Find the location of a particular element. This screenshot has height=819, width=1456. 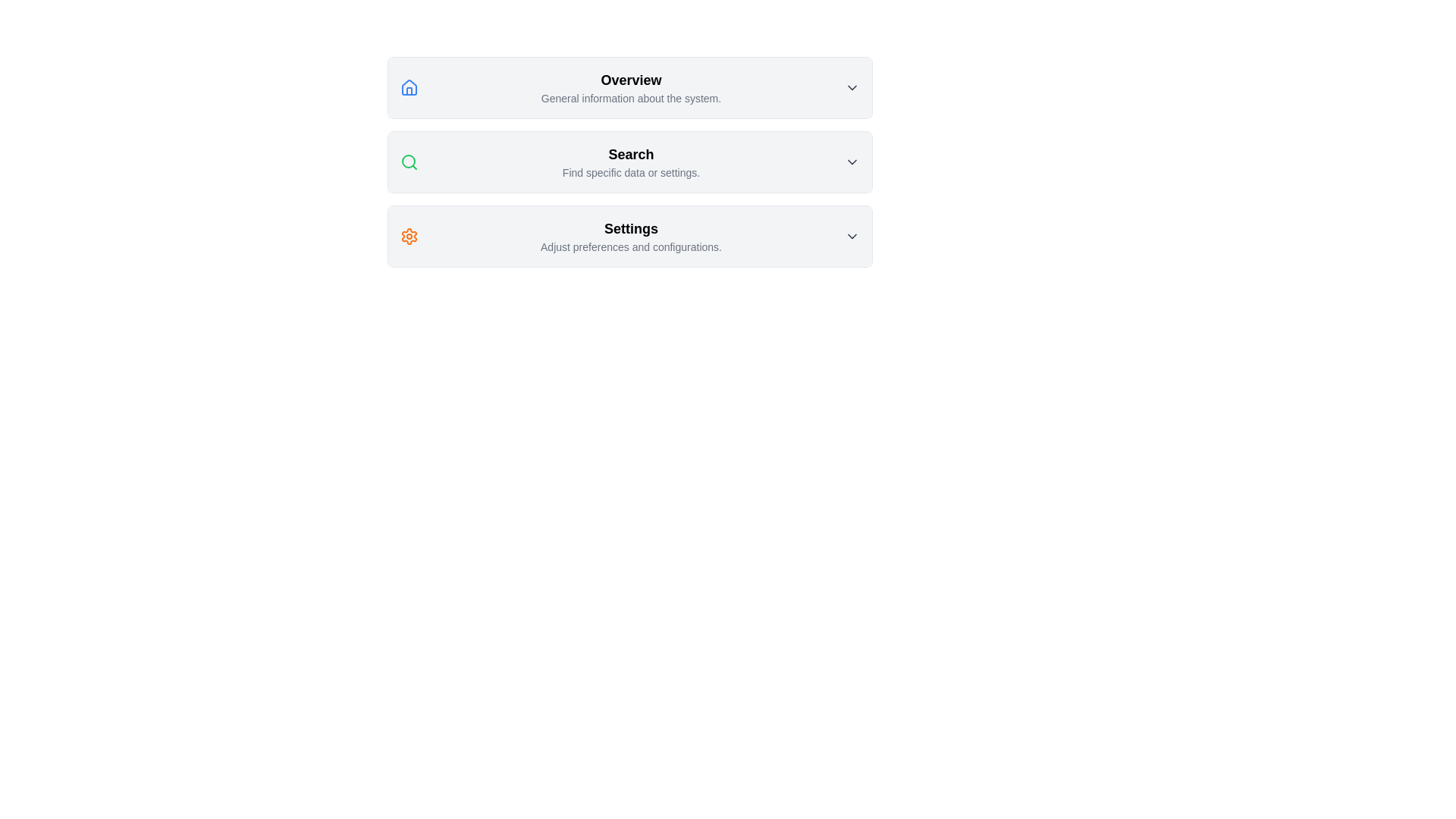

the second expandable menu item positioned between 'Overview' and 'Settings' is located at coordinates (629, 162).